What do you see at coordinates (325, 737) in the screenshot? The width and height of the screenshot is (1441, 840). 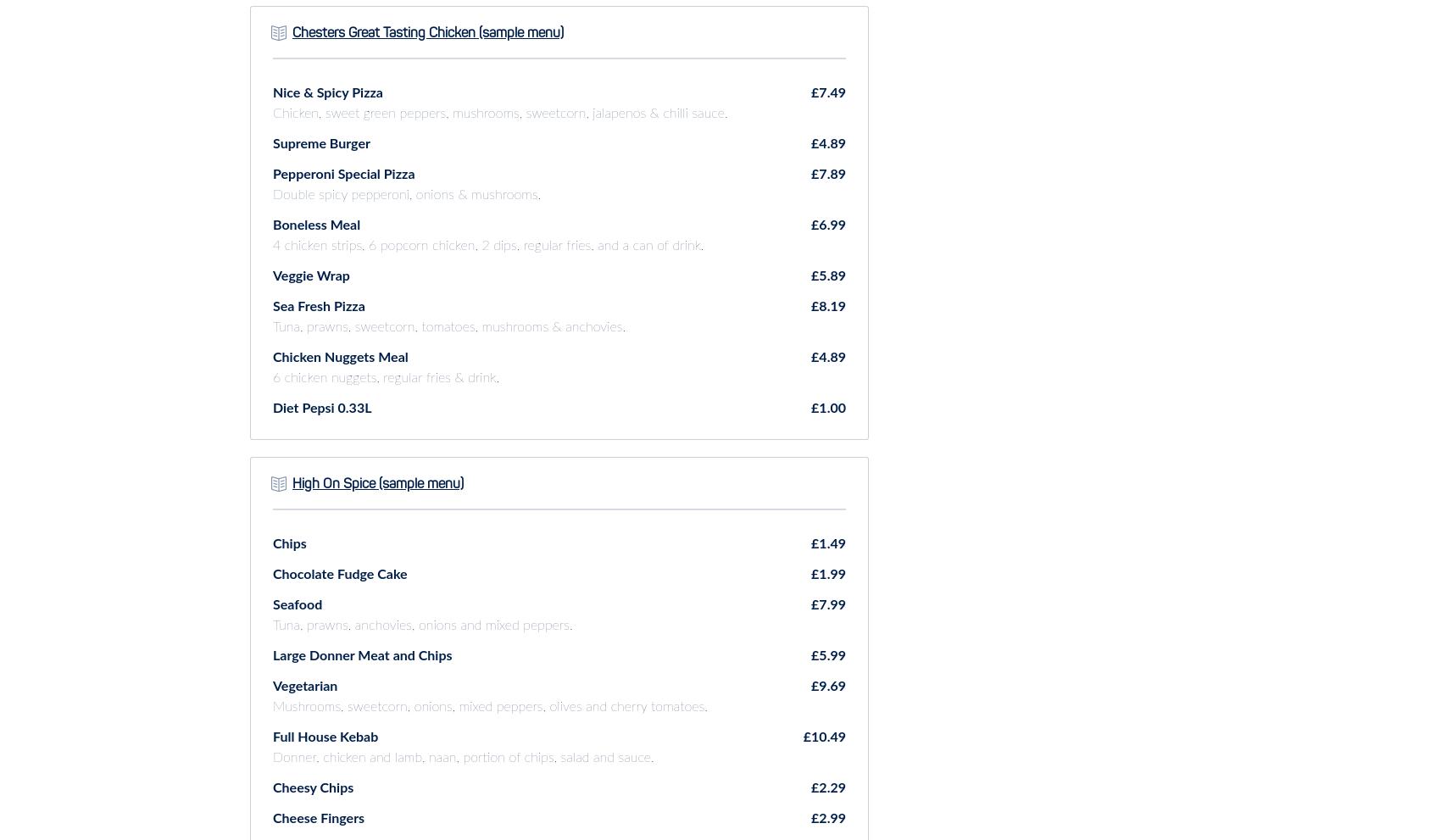 I see `'Full House Kebab'` at bounding box center [325, 737].